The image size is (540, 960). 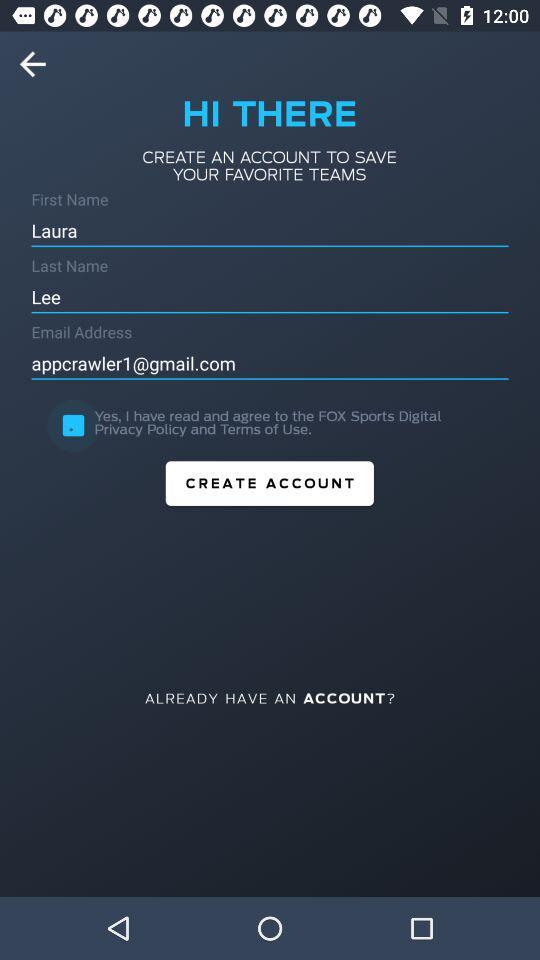 What do you see at coordinates (39, 64) in the screenshot?
I see `undo` at bounding box center [39, 64].